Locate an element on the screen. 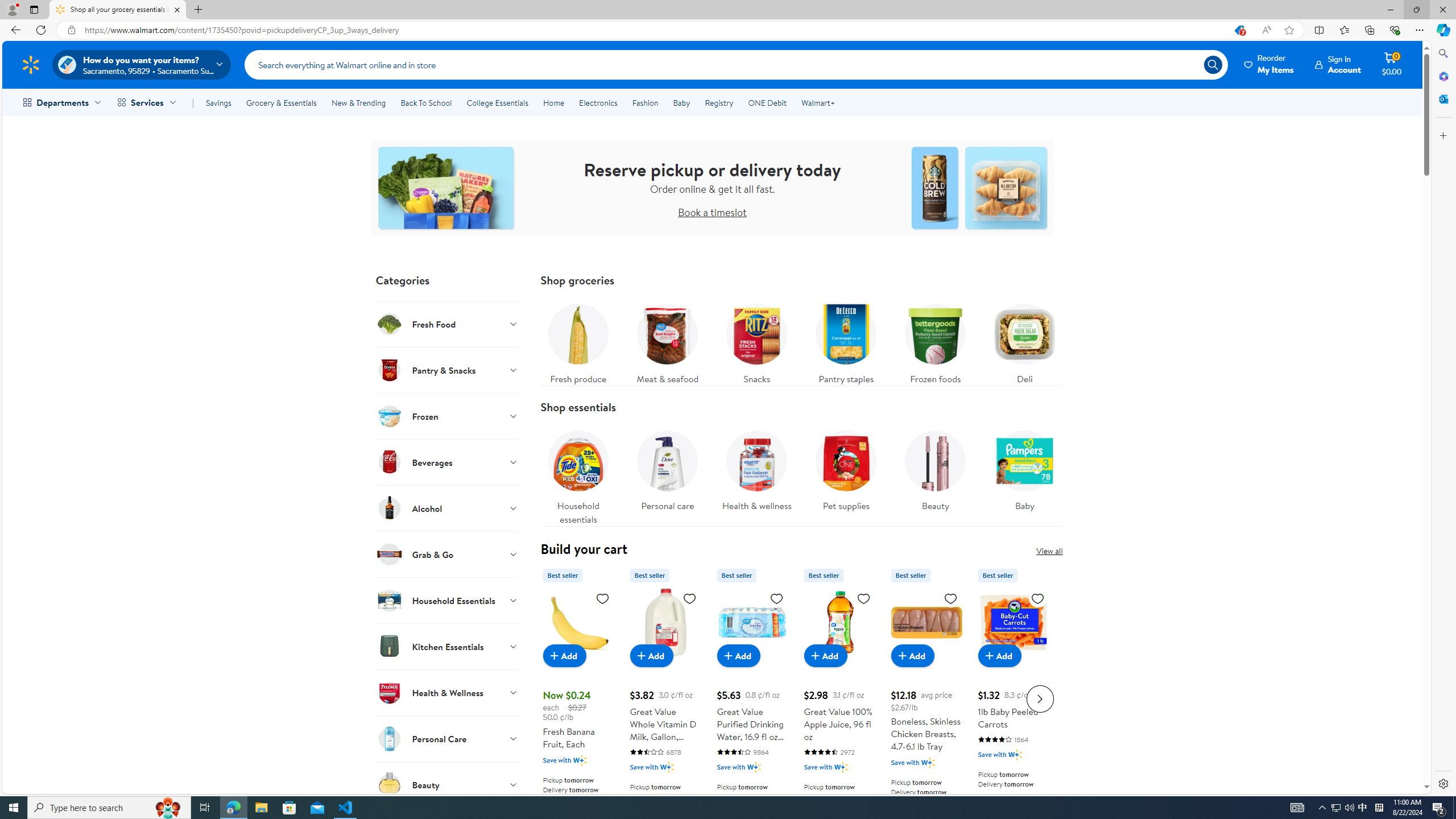  'Frozen foods' is located at coordinates (934, 340).